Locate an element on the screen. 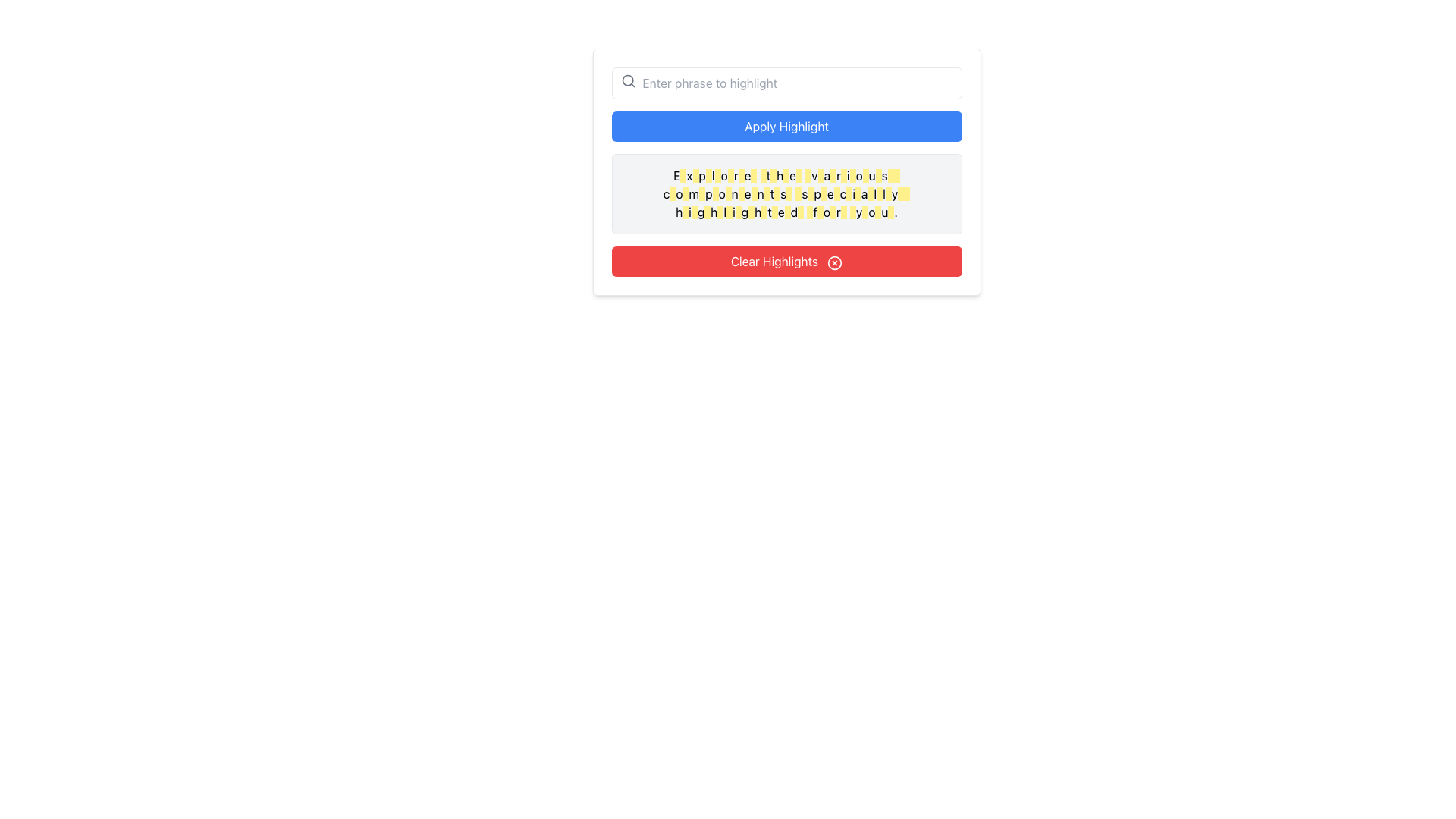 This screenshot has height=819, width=1456. highlight element that visually emphasizes the word 'the' in the sentence is located at coordinates (786, 174).